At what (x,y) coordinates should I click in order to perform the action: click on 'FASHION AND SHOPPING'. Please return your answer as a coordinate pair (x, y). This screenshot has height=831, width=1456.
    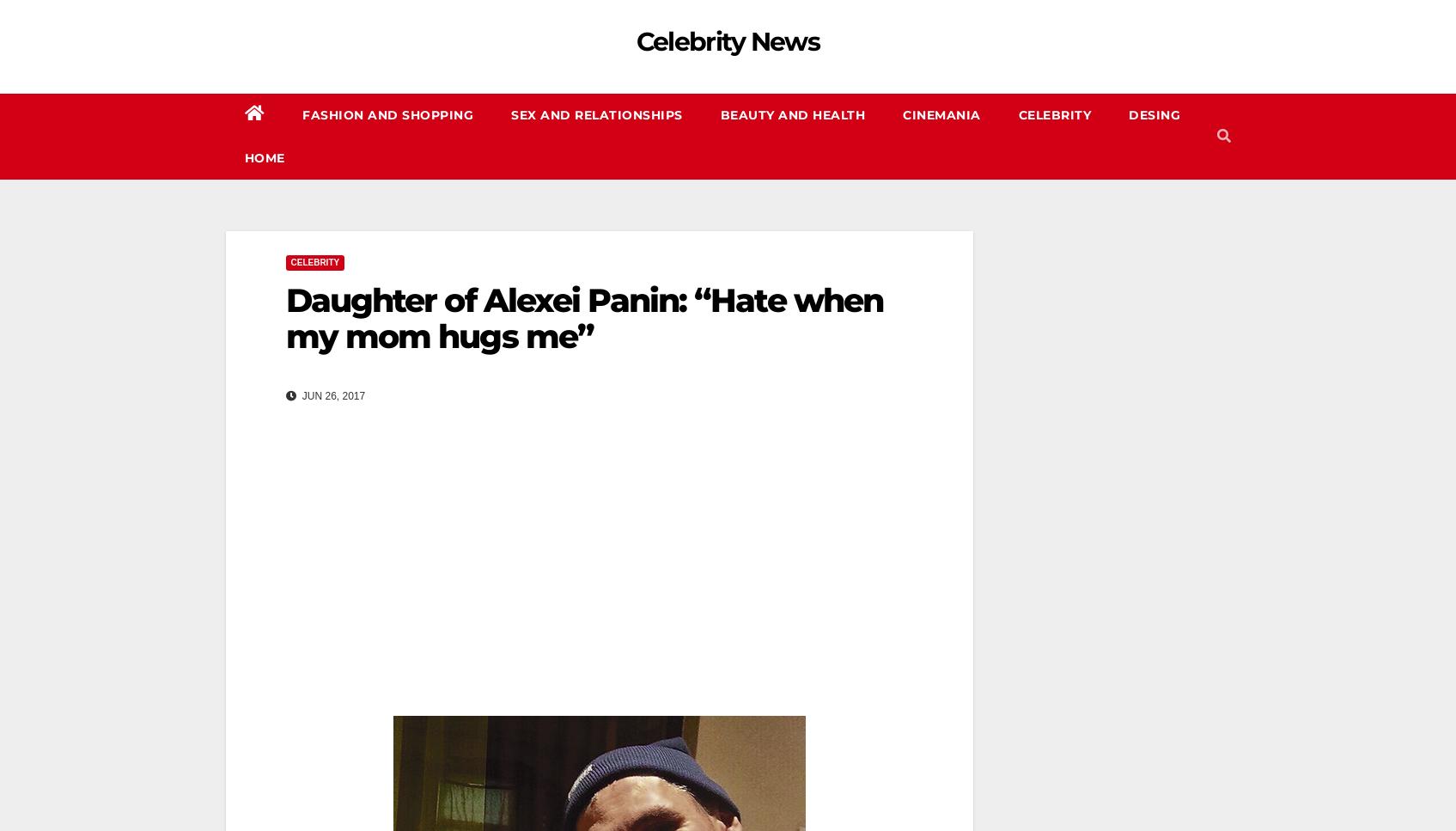
    Looking at the image, I should click on (387, 114).